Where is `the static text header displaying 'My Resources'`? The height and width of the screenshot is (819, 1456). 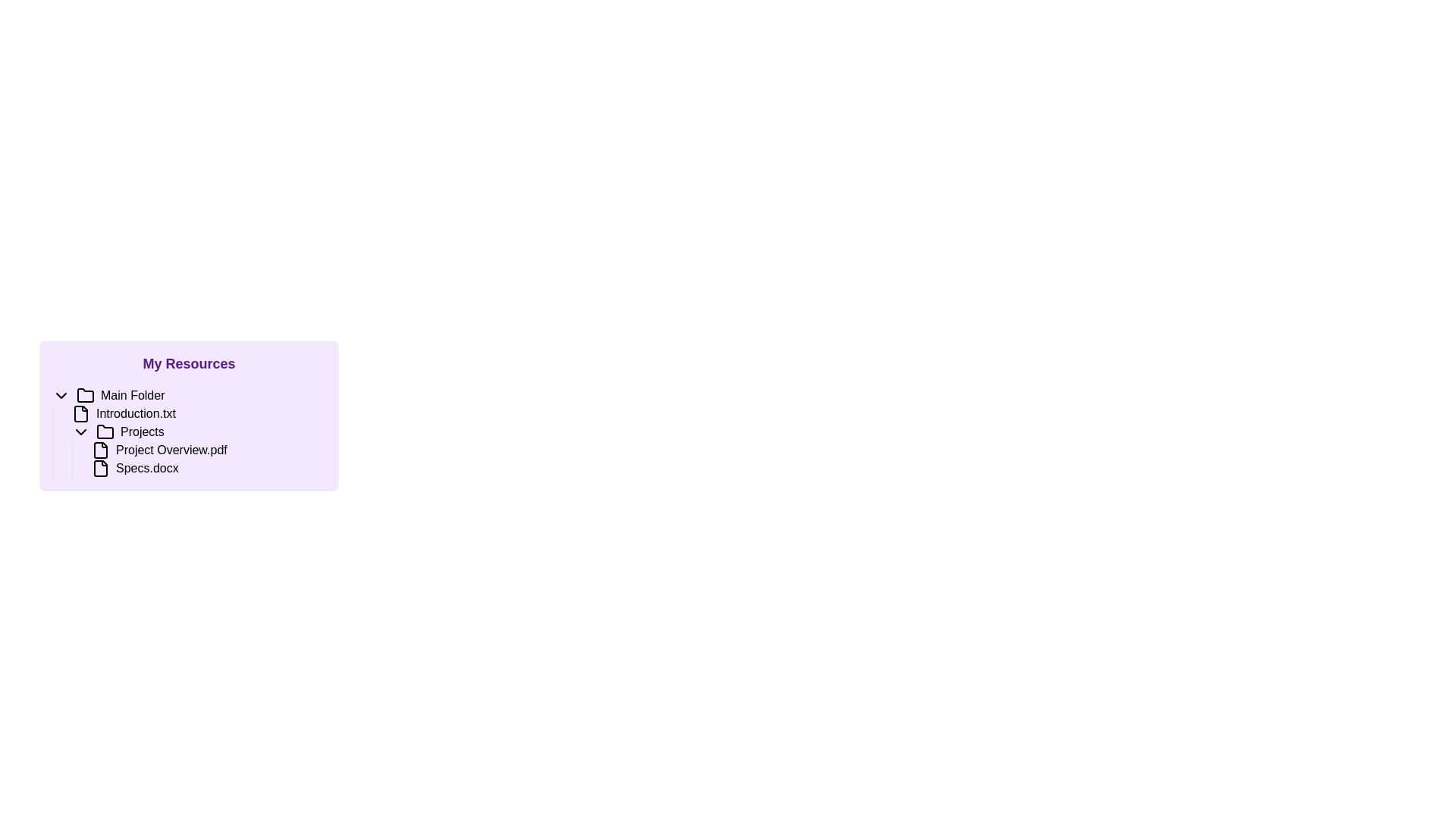
the static text header displaying 'My Resources' is located at coordinates (188, 363).